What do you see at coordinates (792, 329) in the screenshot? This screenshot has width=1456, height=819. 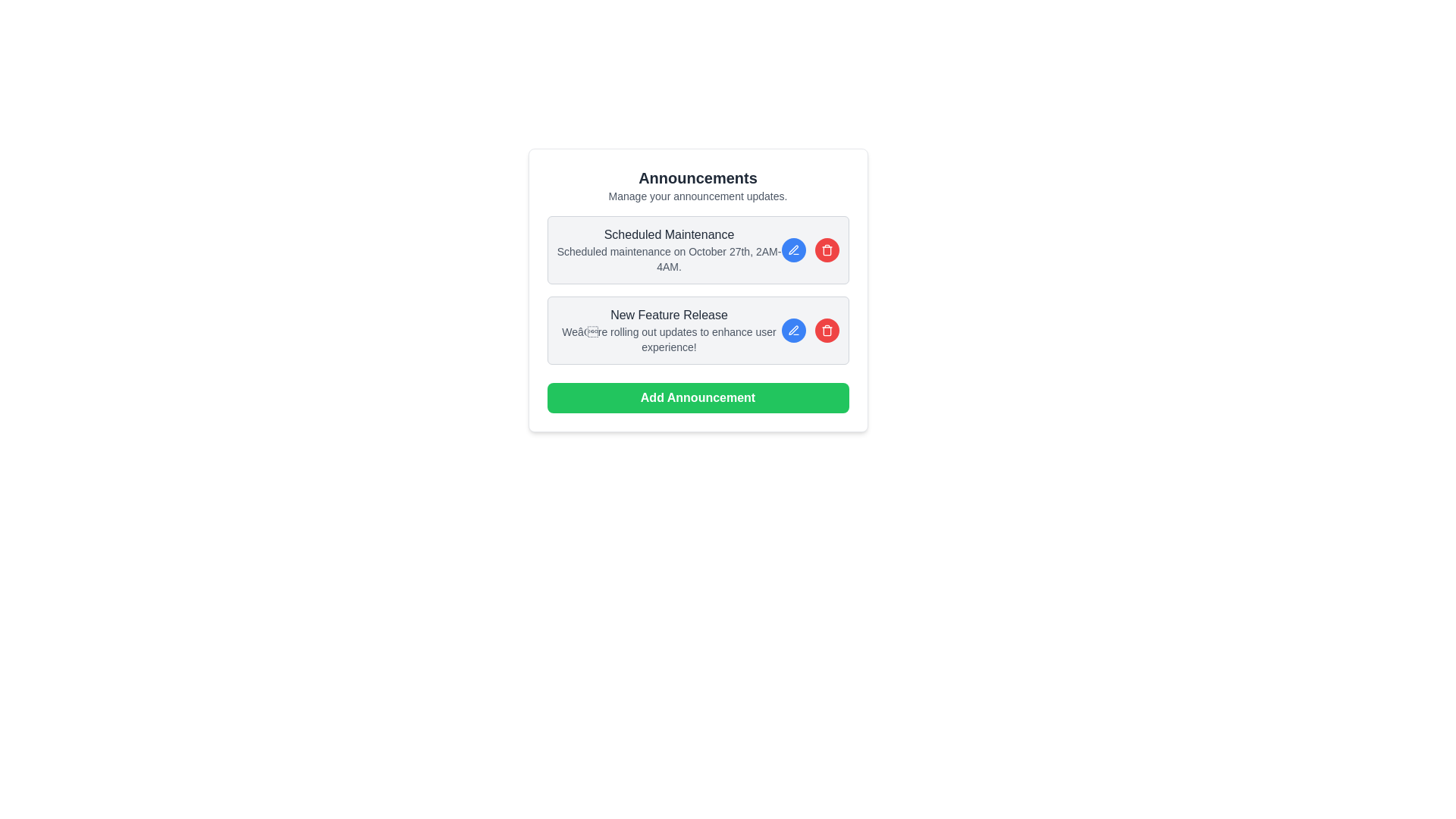 I see `the circular blue button with a white pen icon located to the right of the 'New Feature Release' text in the second row of the announcement list` at bounding box center [792, 329].